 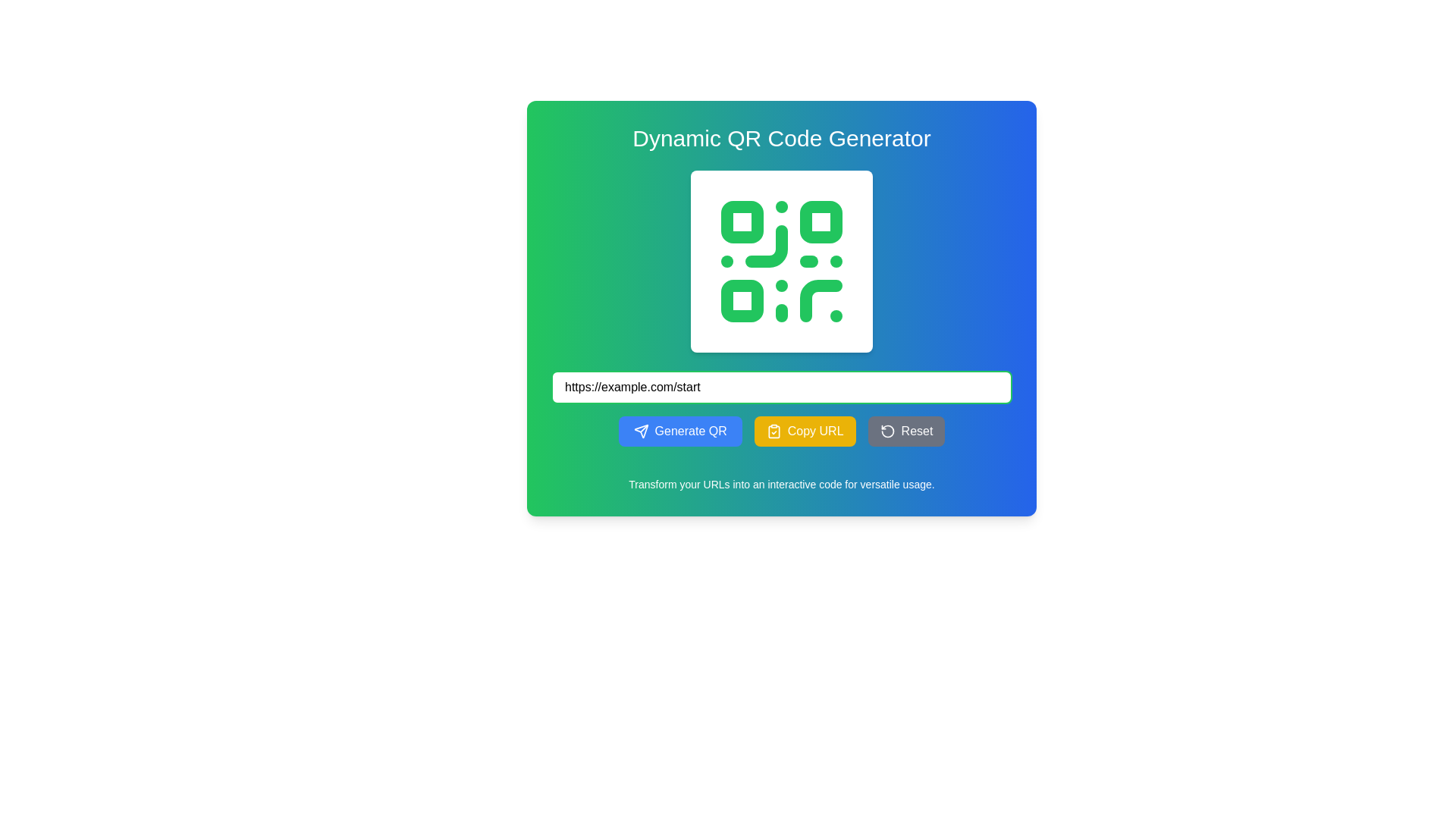 I want to click on the primary circular portion of the counterclockwise rotation icon, which is styled as a minimalist SVG element and is located near the top-right corner of the interface, adjacent to the 'Reset' button, so click(x=887, y=431).